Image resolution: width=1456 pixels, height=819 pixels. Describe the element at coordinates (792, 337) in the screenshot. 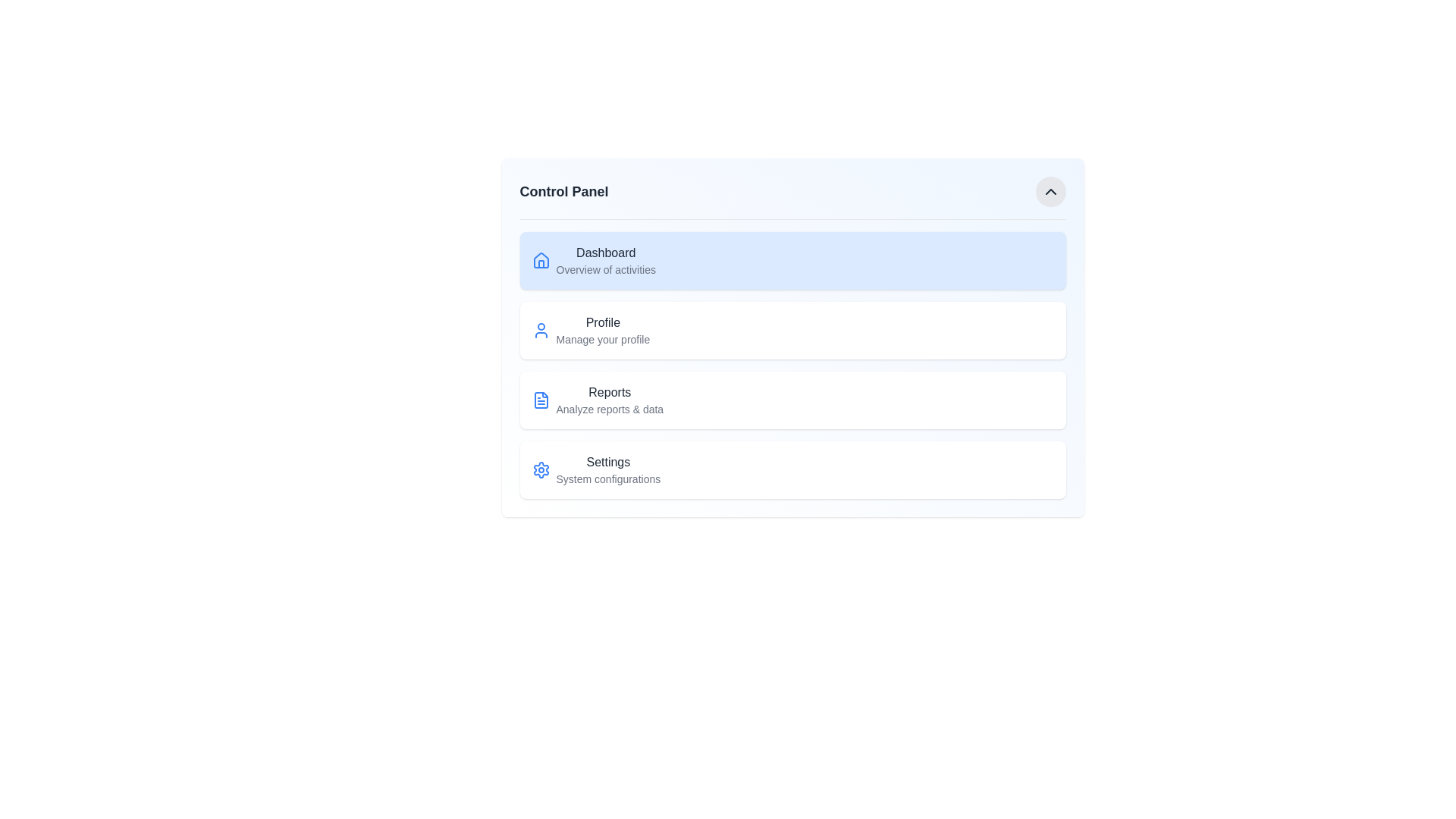

I see `the navigation menu panel centered in the main interface area` at that location.